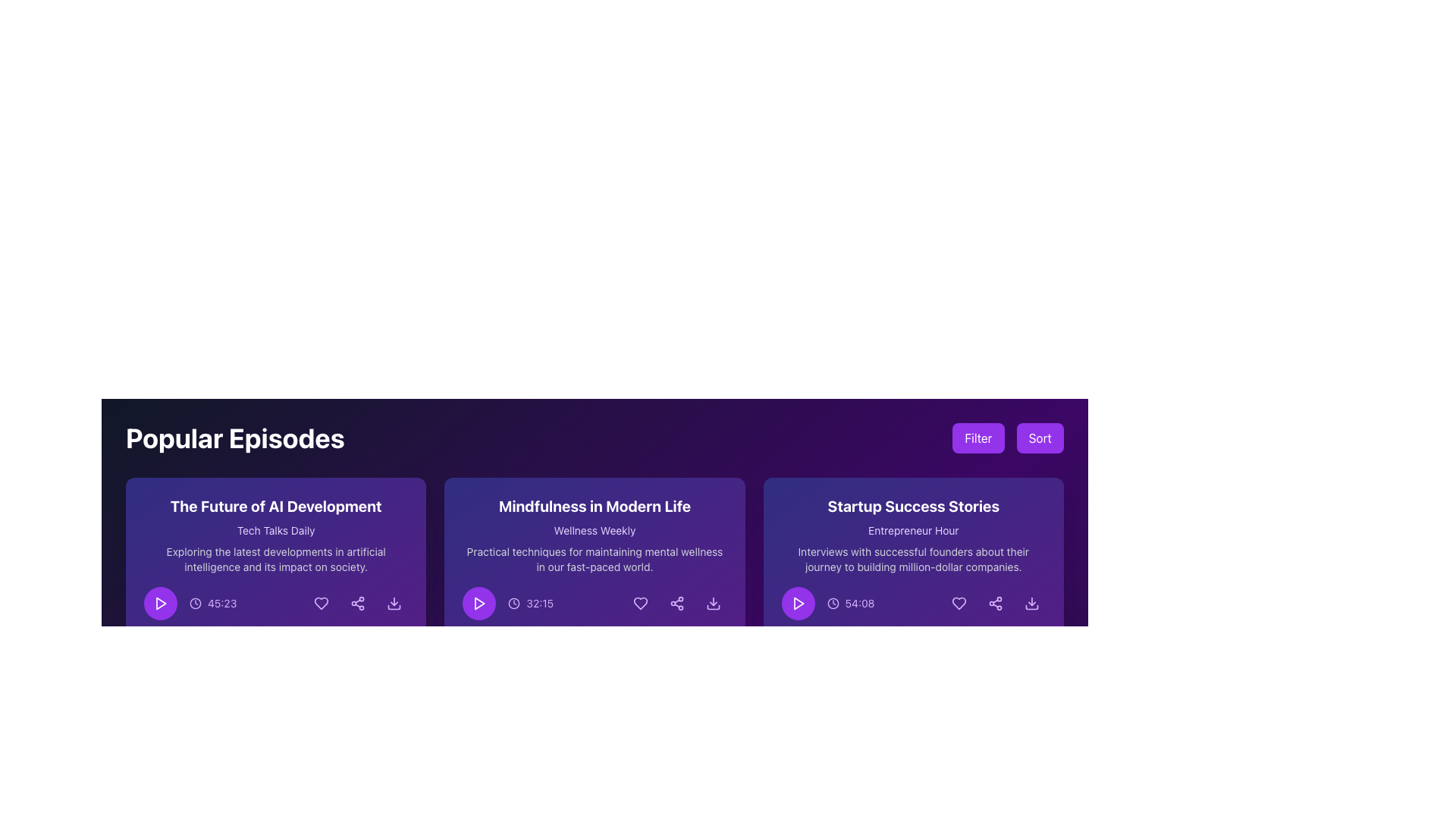 Image resolution: width=1456 pixels, height=819 pixels. What do you see at coordinates (594, 506) in the screenshot?
I see `text label that says 'Mindfulness in Modern Life.' This label is prominently styled with large, bold, white lettering on a purple background, positioned center-right above 'Wellness Weekly.'` at bounding box center [594, 506].